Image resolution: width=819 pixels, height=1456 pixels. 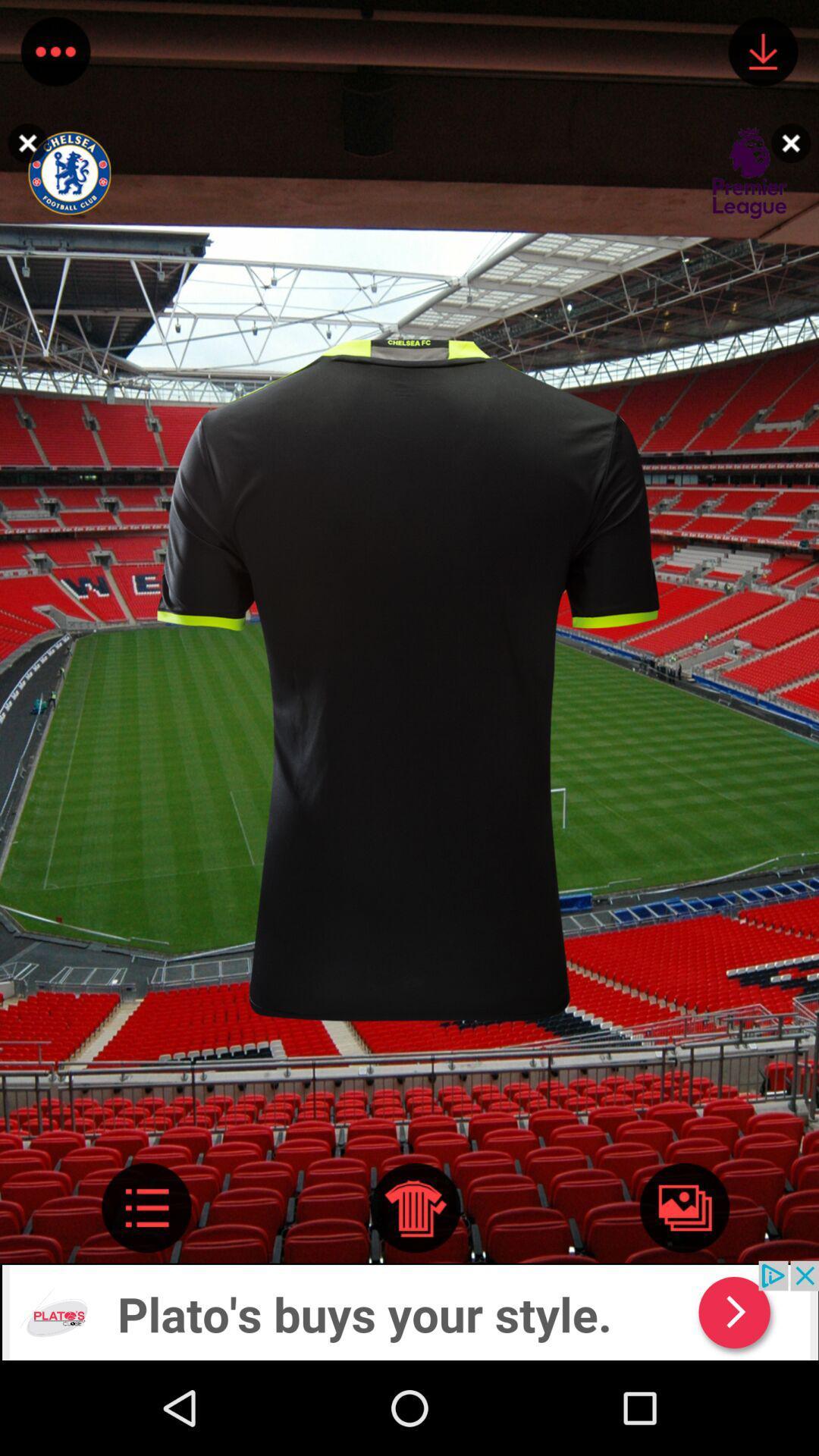 What do you see at coordinates (763, 55) in the screenshot?
I see `the file_download icon` at bounding box center [763, 55].